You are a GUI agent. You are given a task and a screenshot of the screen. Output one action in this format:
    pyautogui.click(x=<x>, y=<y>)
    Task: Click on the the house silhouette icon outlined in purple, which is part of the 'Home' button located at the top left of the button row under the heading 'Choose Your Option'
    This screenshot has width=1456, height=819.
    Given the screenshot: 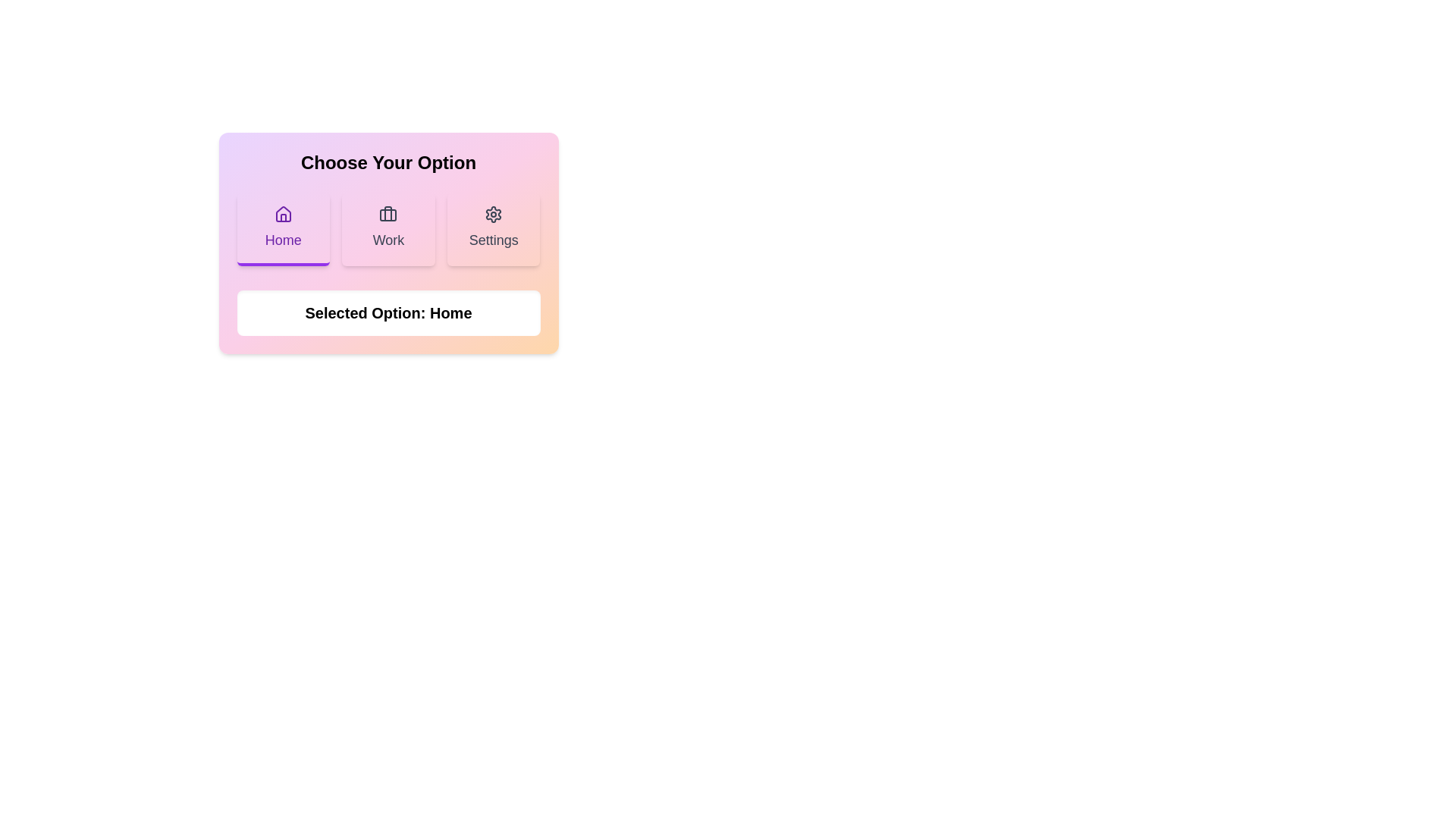 What is the action you would take?
    pyautogui.click(x=283, y=214)
    